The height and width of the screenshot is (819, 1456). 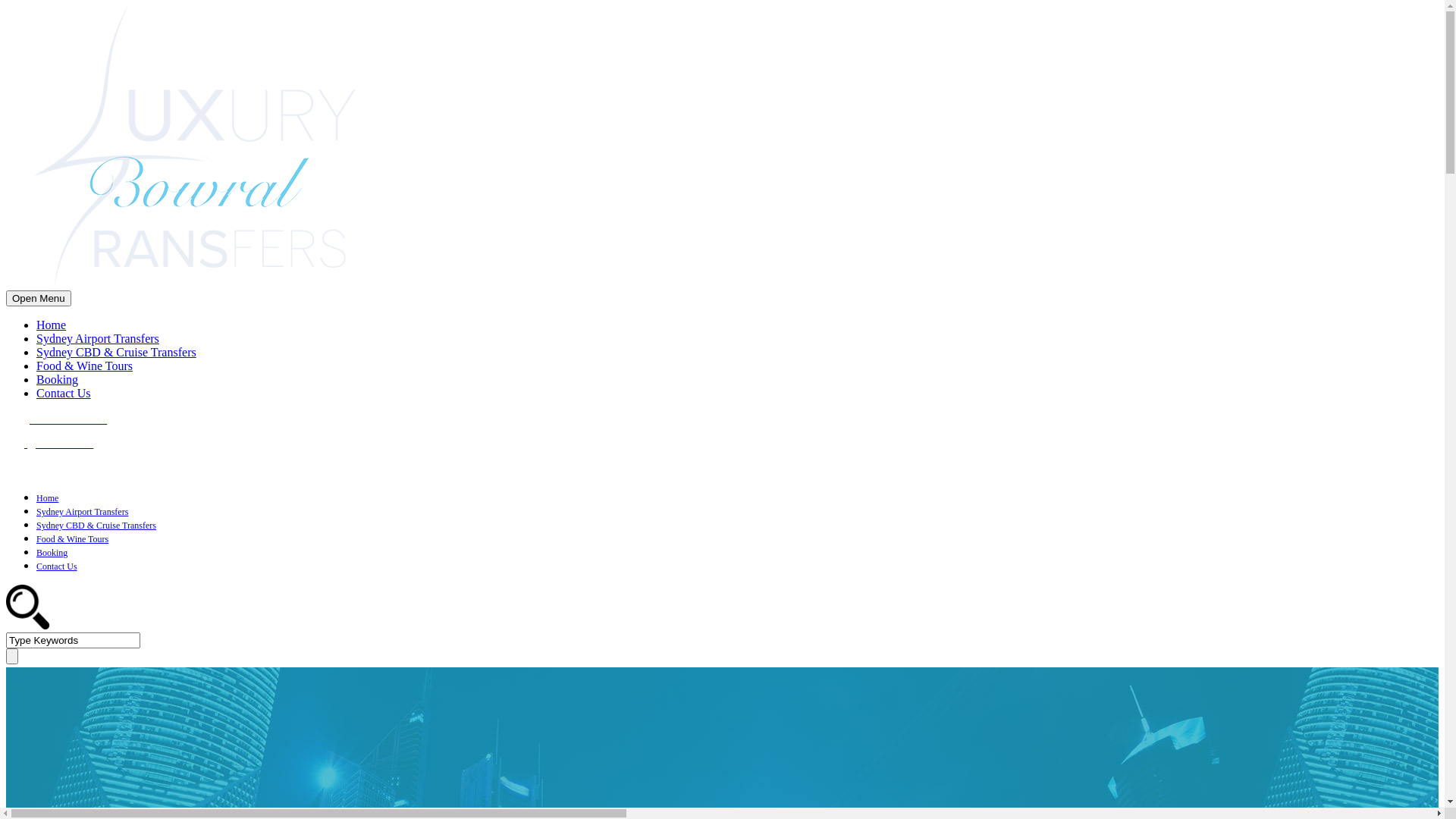 I want to click on 'Booking', so click(x=57, y=378).